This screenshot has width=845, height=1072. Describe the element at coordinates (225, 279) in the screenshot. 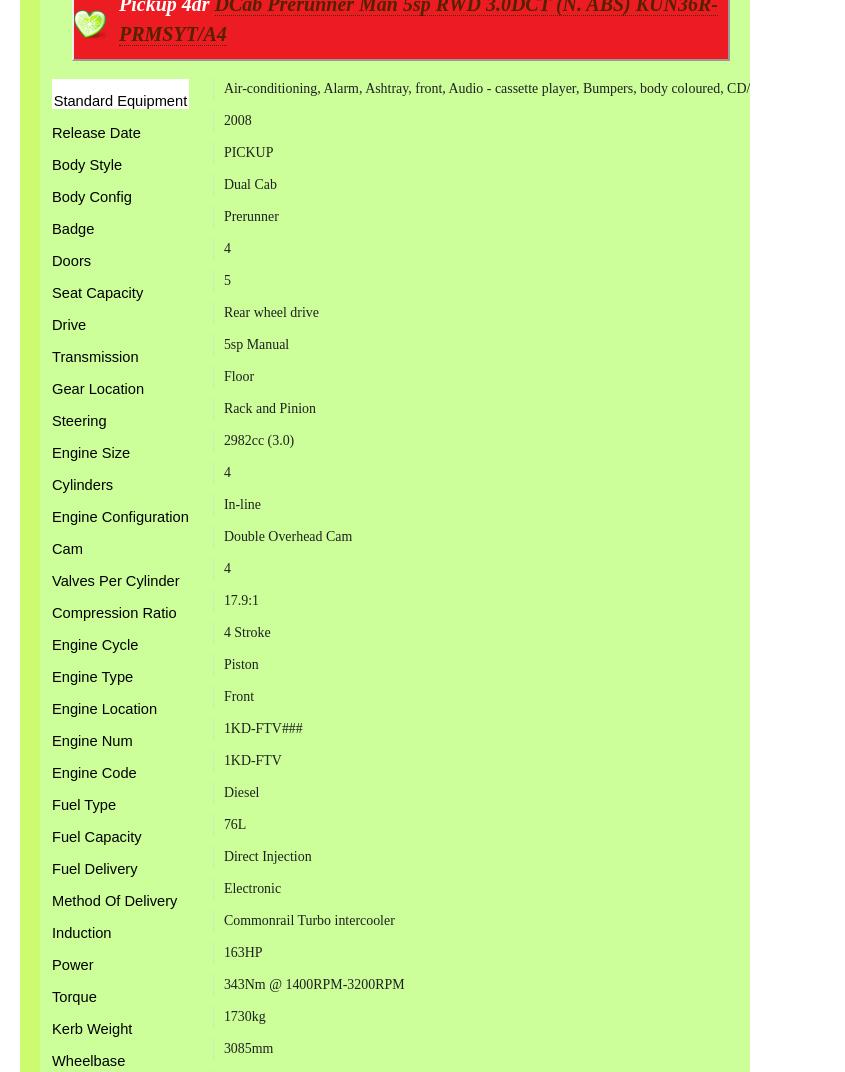

I see `'5'` at that location.